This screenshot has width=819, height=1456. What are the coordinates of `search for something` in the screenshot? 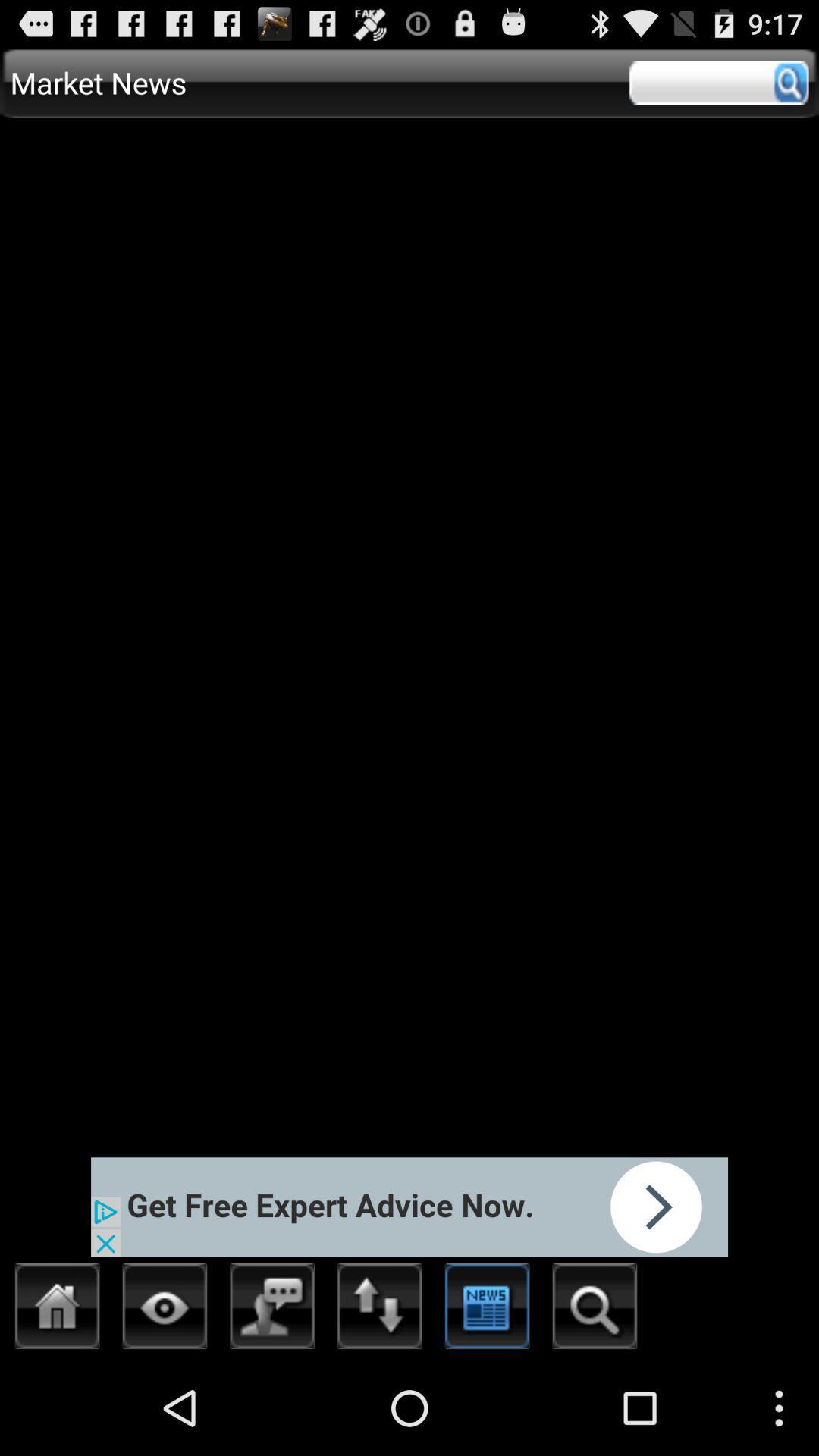 It's located at (594, 1310).